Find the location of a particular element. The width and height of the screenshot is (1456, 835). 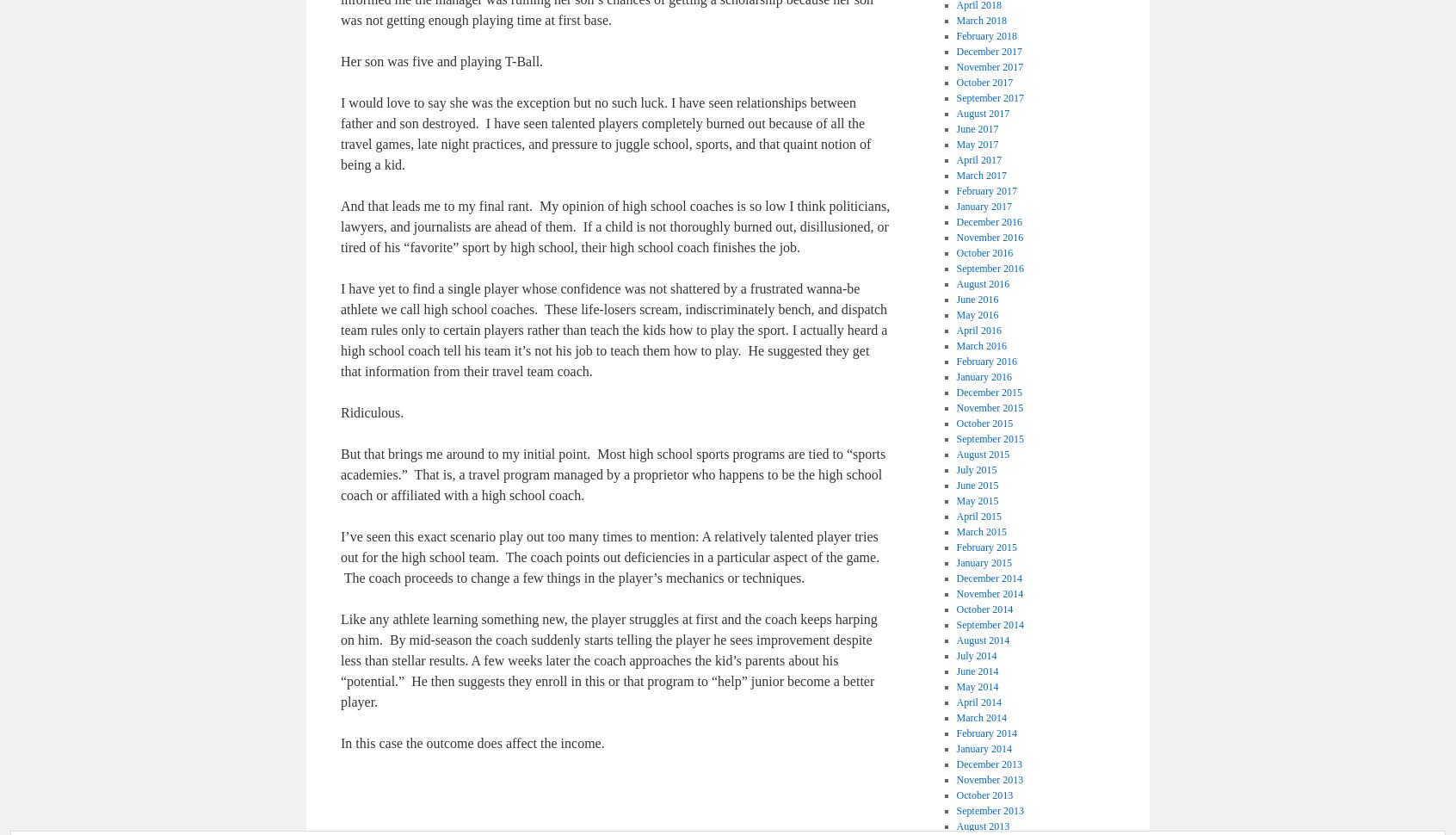

'December 2017' is located at coordinates (988, 51).